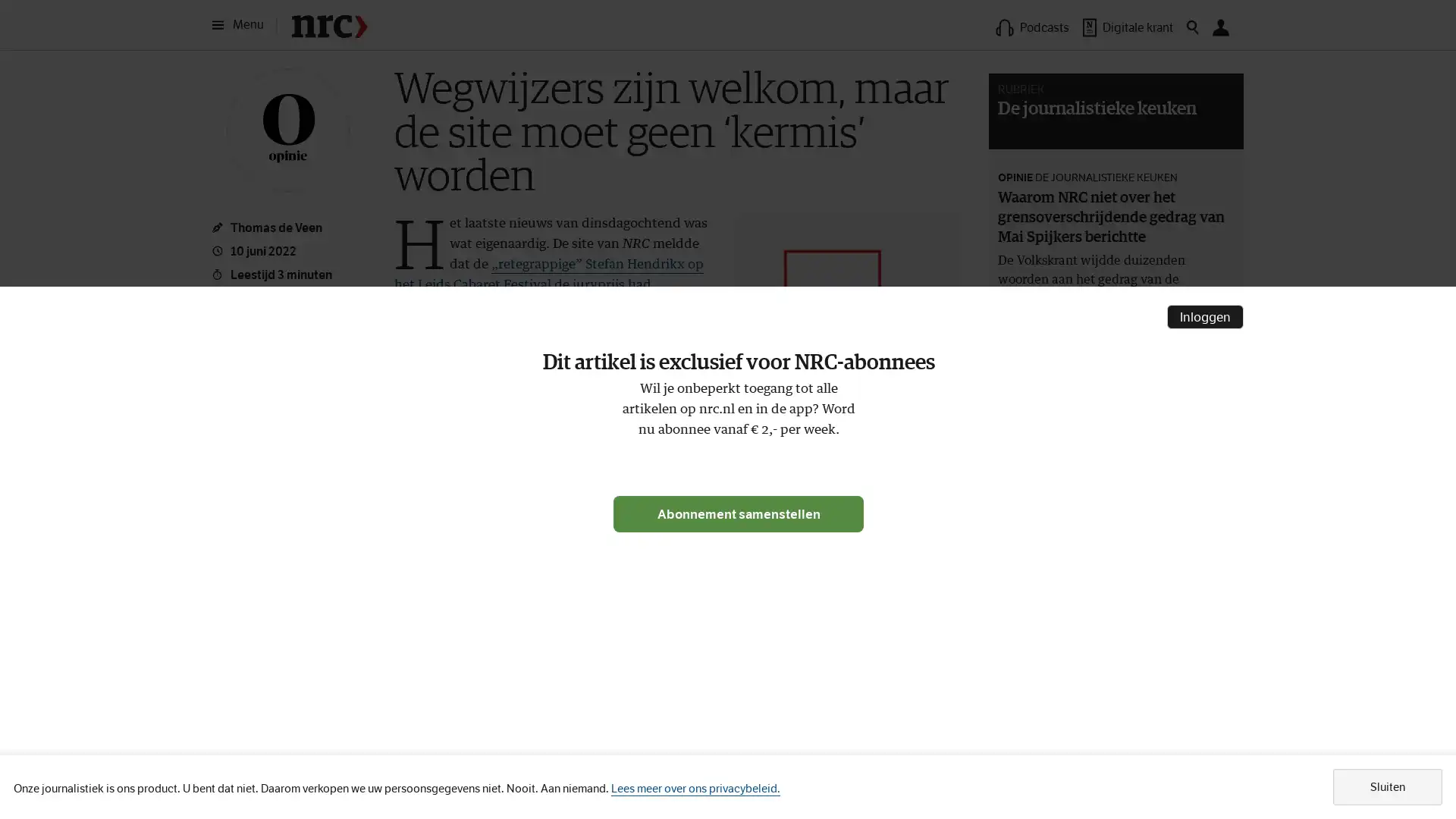  What do you see at coordinates (425, 538) in the screenshot?
I see `Leeslijst` at bounding box center [425, 538].